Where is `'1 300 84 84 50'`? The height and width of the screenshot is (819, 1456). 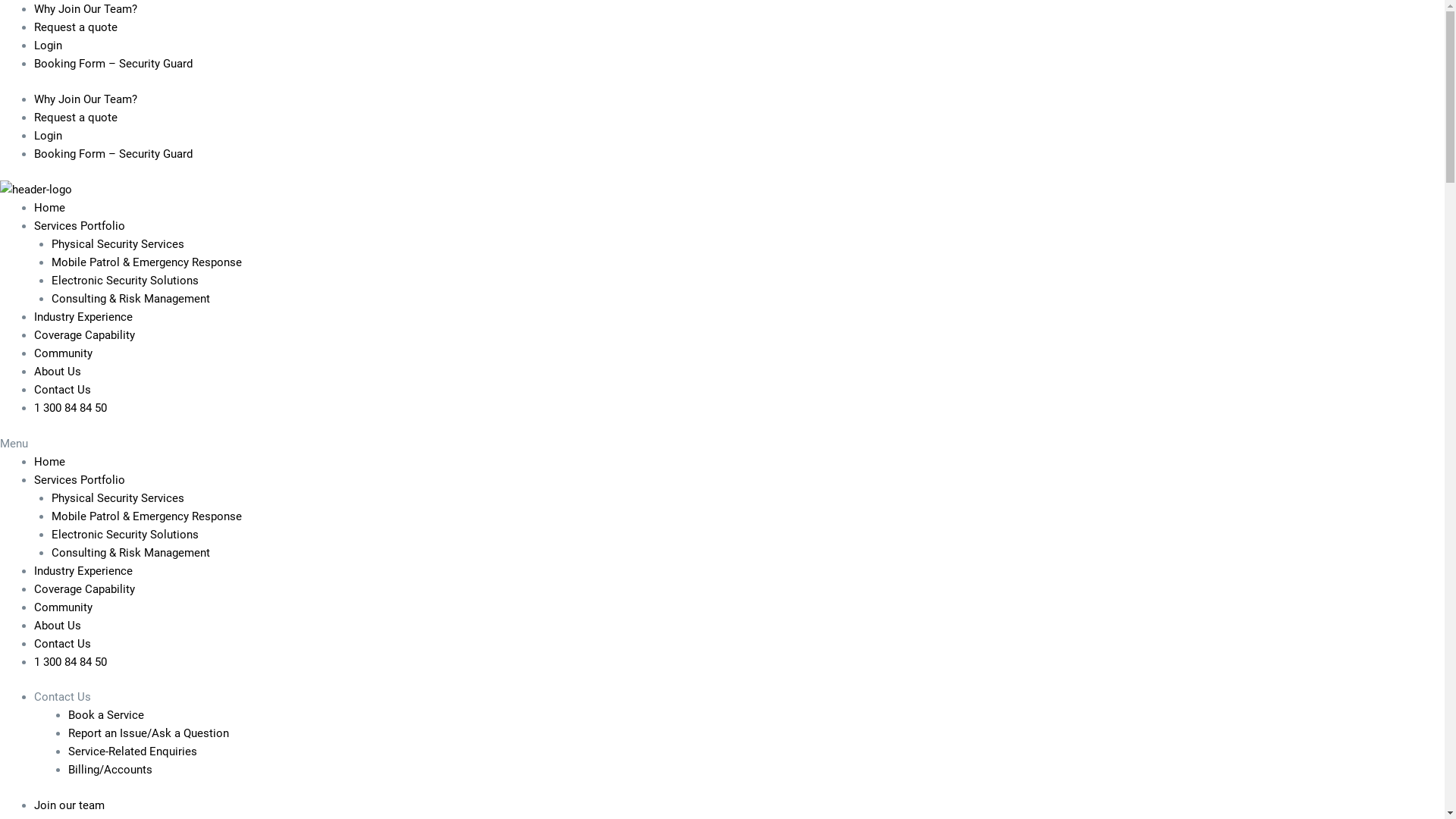
'1 300 84 84 50' is located at coordinates (69, 661).